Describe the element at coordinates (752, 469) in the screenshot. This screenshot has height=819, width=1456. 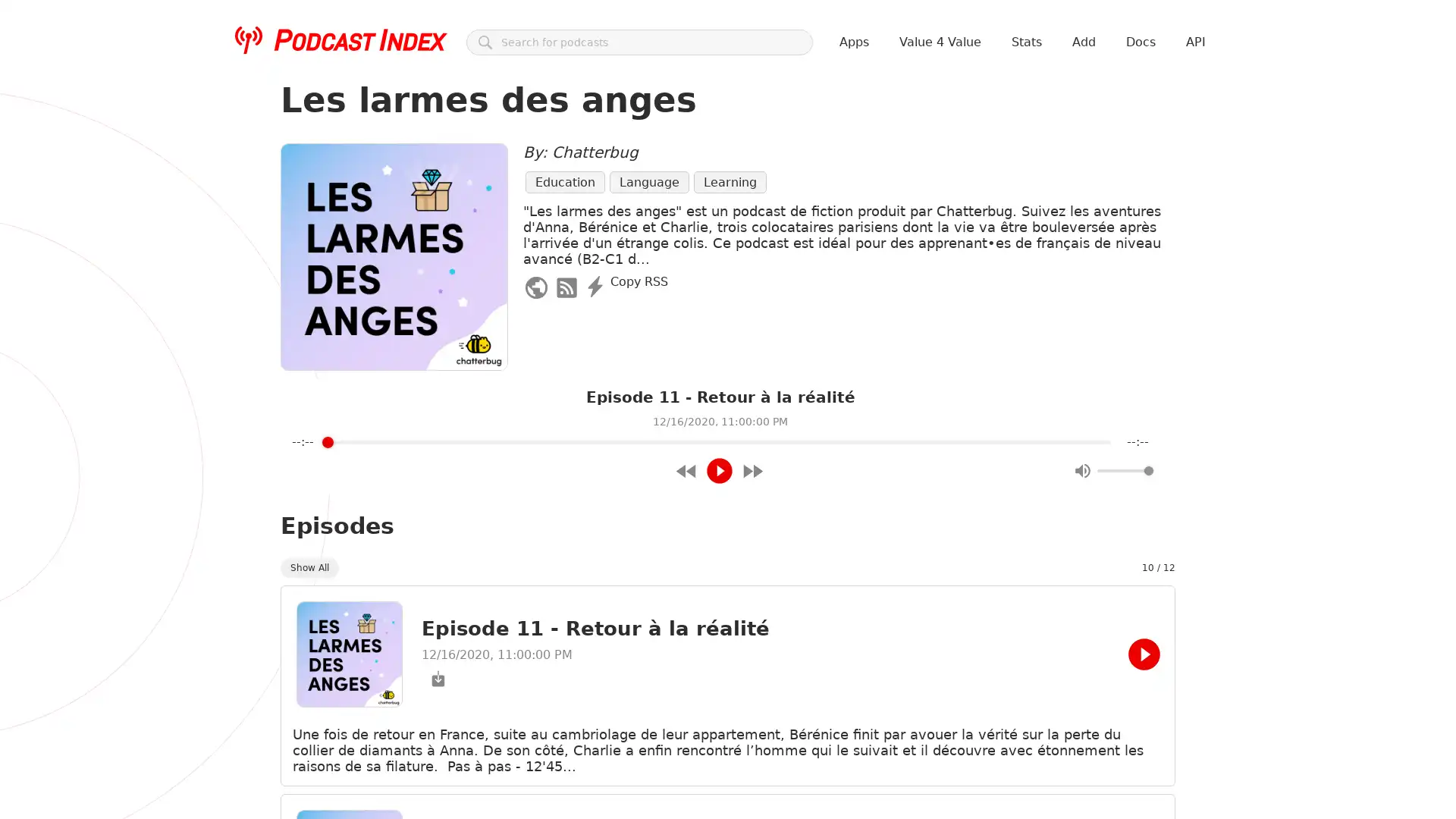
I see `Forward` at that location.